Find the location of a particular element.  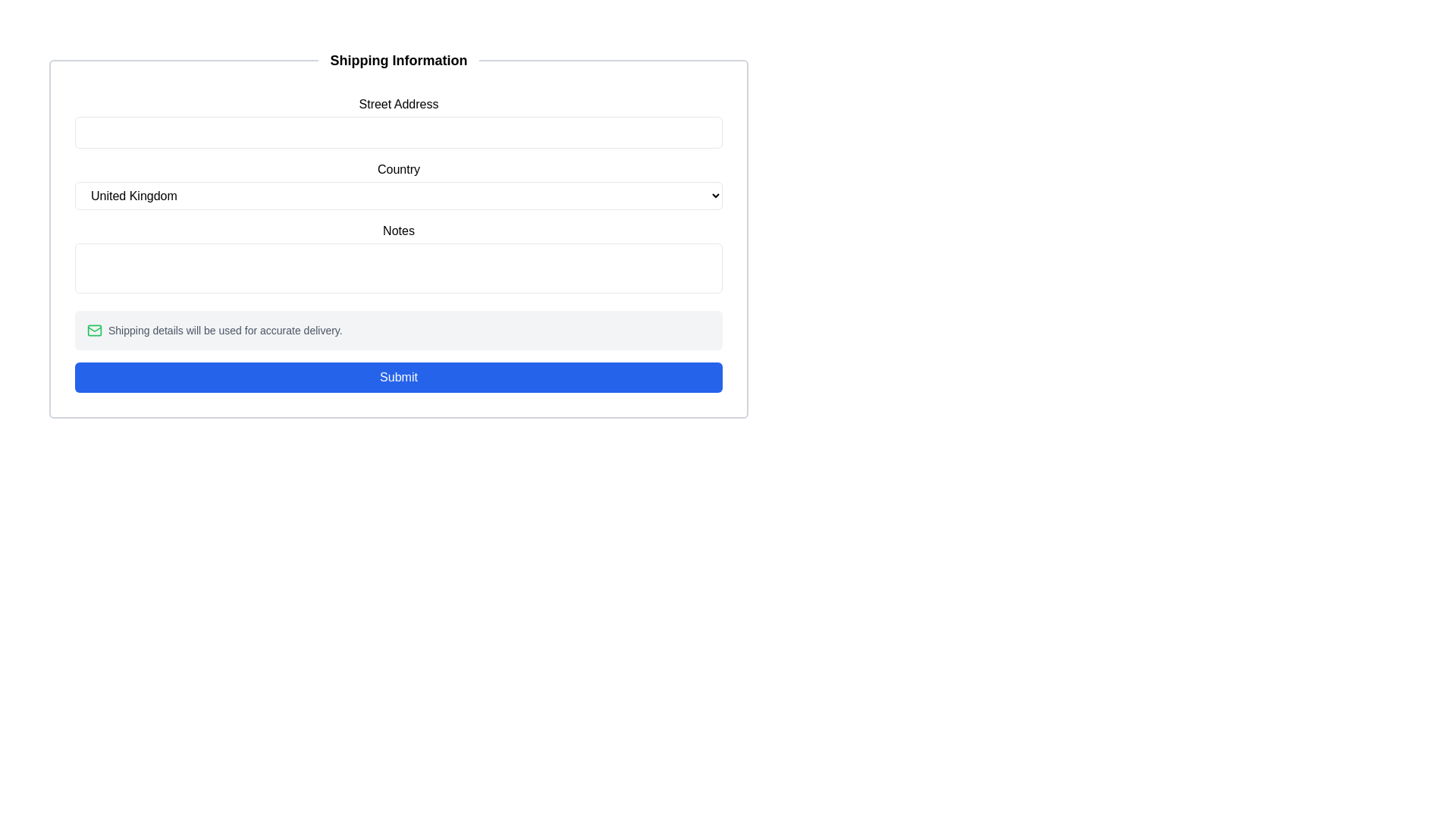

the text label reading 'Street Address' which is styled in black font and located above the corresponding text input field in the Shipping Information section is located at coordinates (399, 104).